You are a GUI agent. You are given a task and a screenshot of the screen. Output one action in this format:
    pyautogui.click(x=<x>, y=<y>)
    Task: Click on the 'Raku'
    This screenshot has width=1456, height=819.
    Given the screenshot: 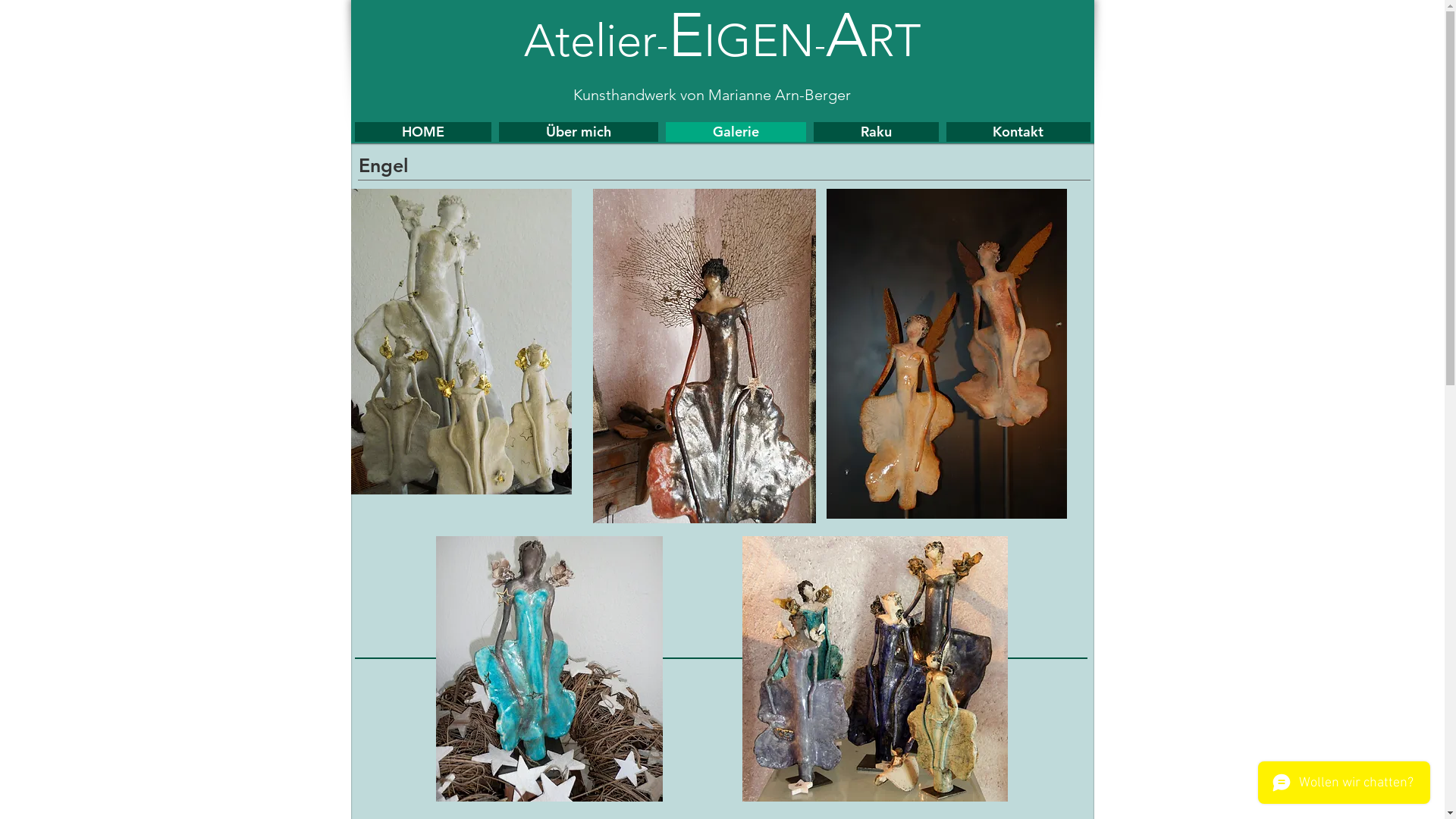 What is the action you would take?
    pyautogui.click(x=875, y=130)
    